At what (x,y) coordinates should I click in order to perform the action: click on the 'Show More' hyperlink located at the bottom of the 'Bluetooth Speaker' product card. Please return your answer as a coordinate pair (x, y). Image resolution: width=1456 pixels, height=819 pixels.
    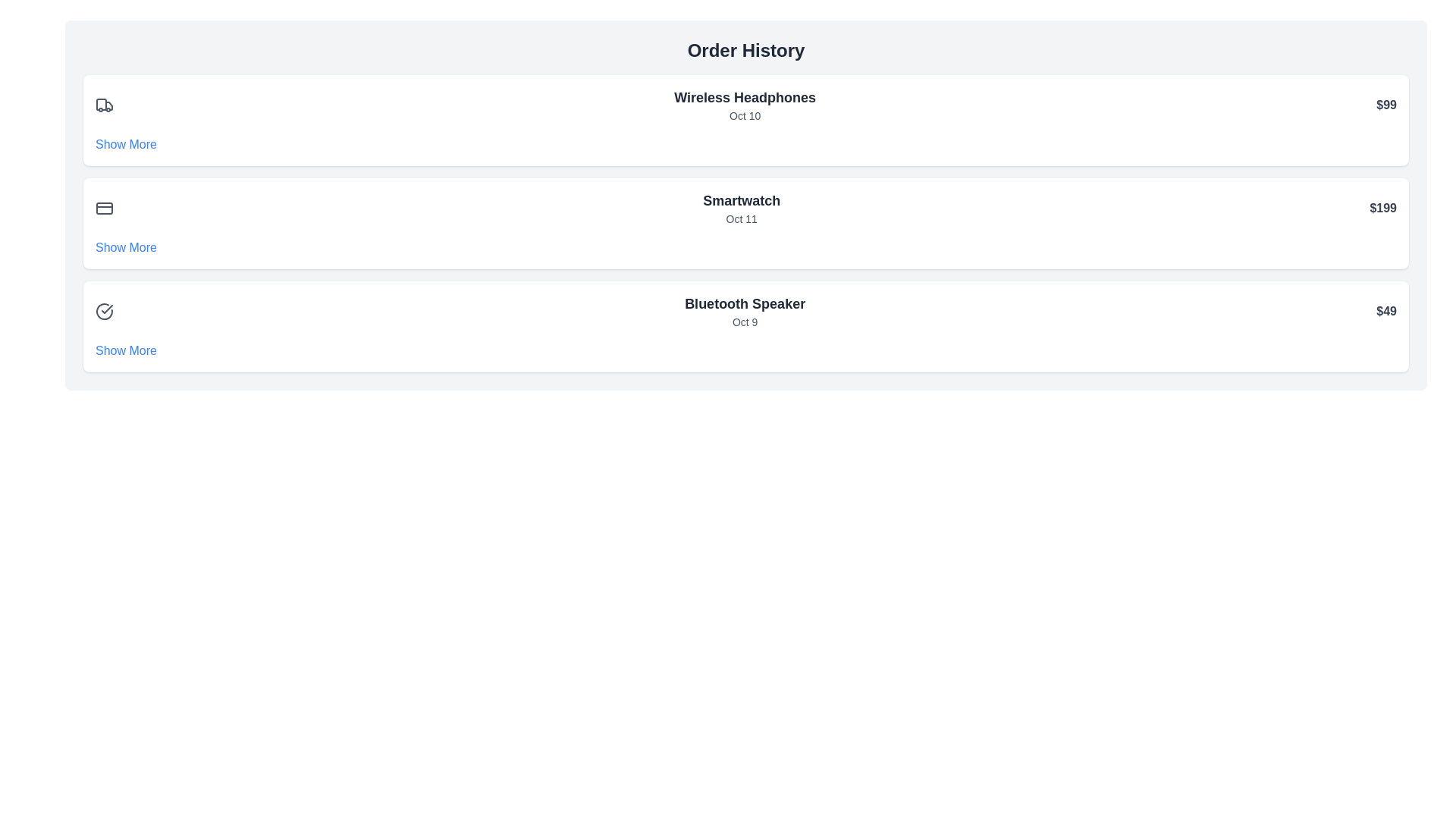
    Looking at the image, I should click on (126, 350).